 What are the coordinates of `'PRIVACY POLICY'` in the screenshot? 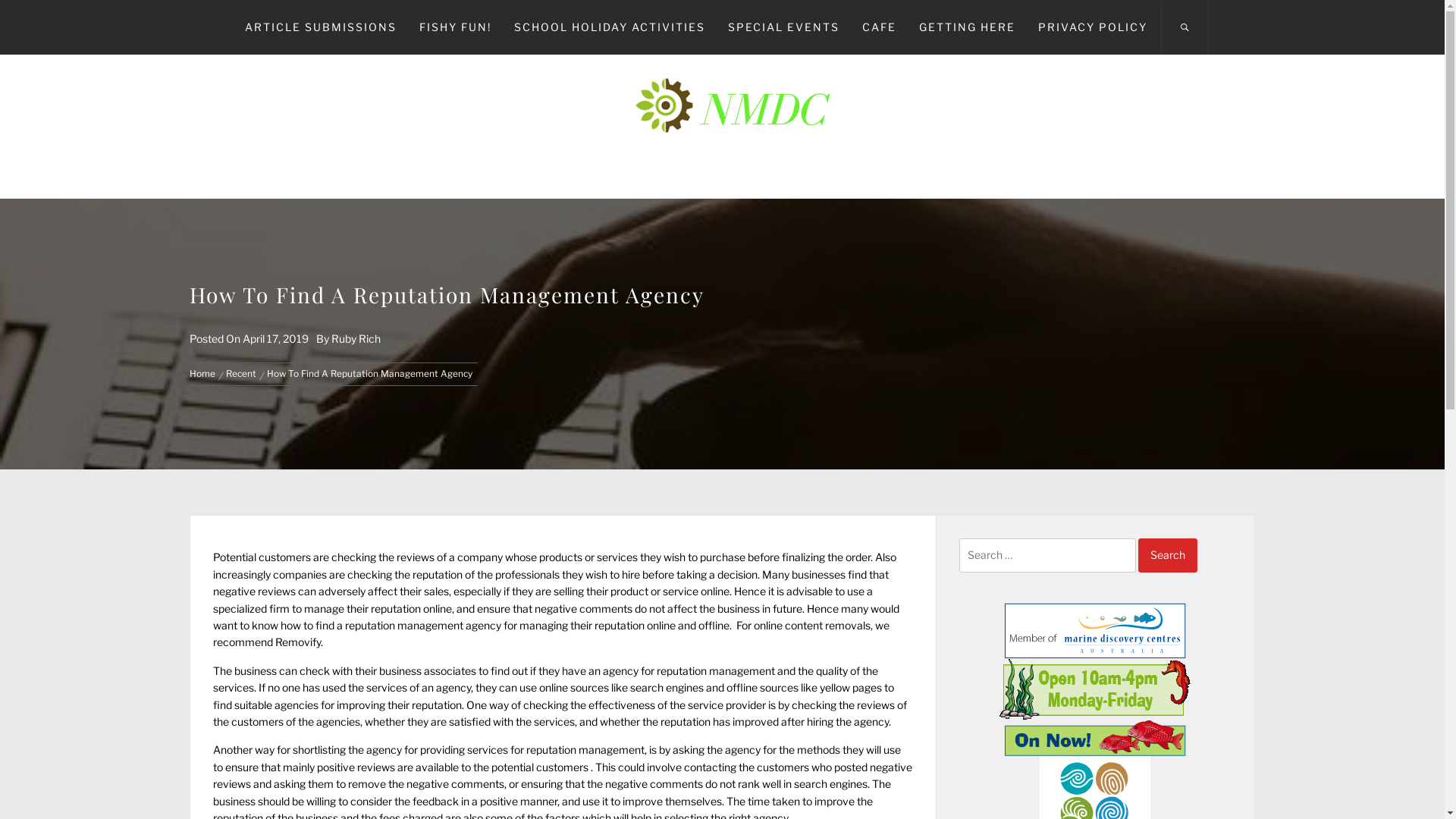 It's located at (1092, 27).